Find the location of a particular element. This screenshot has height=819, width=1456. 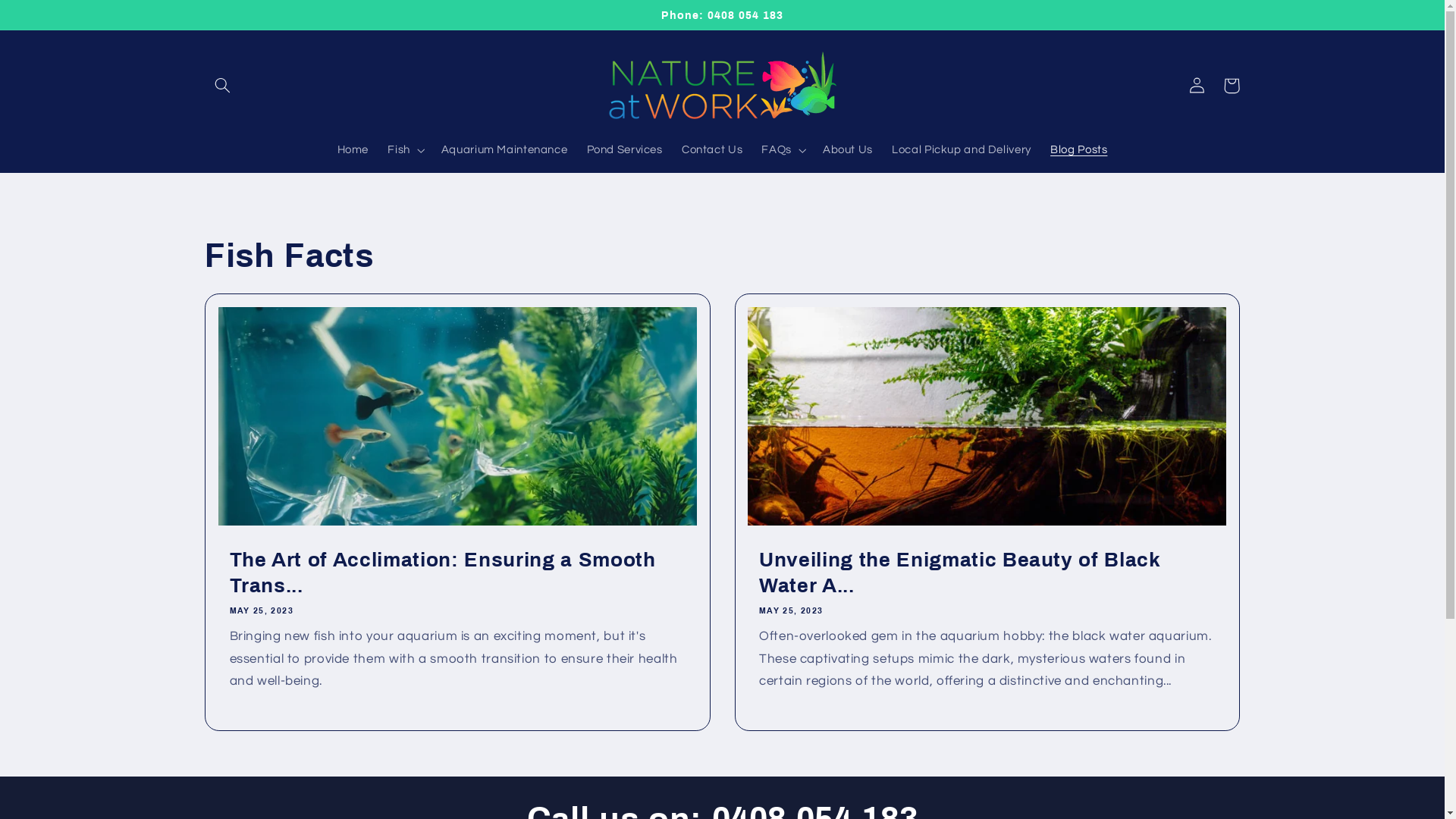

'The Art of Acclimation: Ensuring a Smooth Trans...' is located at coordinates (457, 573).